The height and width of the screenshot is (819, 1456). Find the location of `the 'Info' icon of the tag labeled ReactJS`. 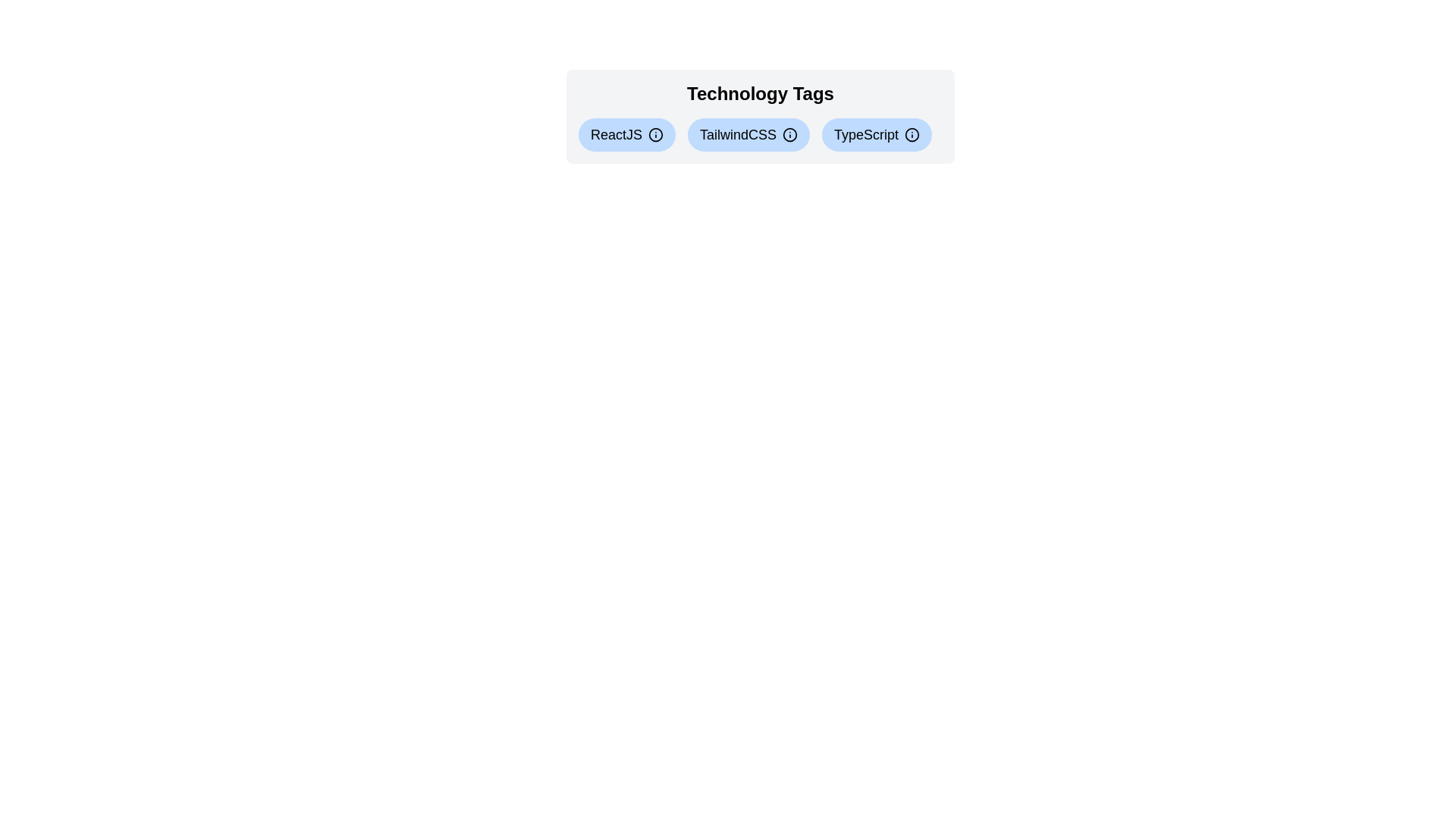

the 'Info' icon of the tag labeled ReactJS is located at coordinates (655, 133).